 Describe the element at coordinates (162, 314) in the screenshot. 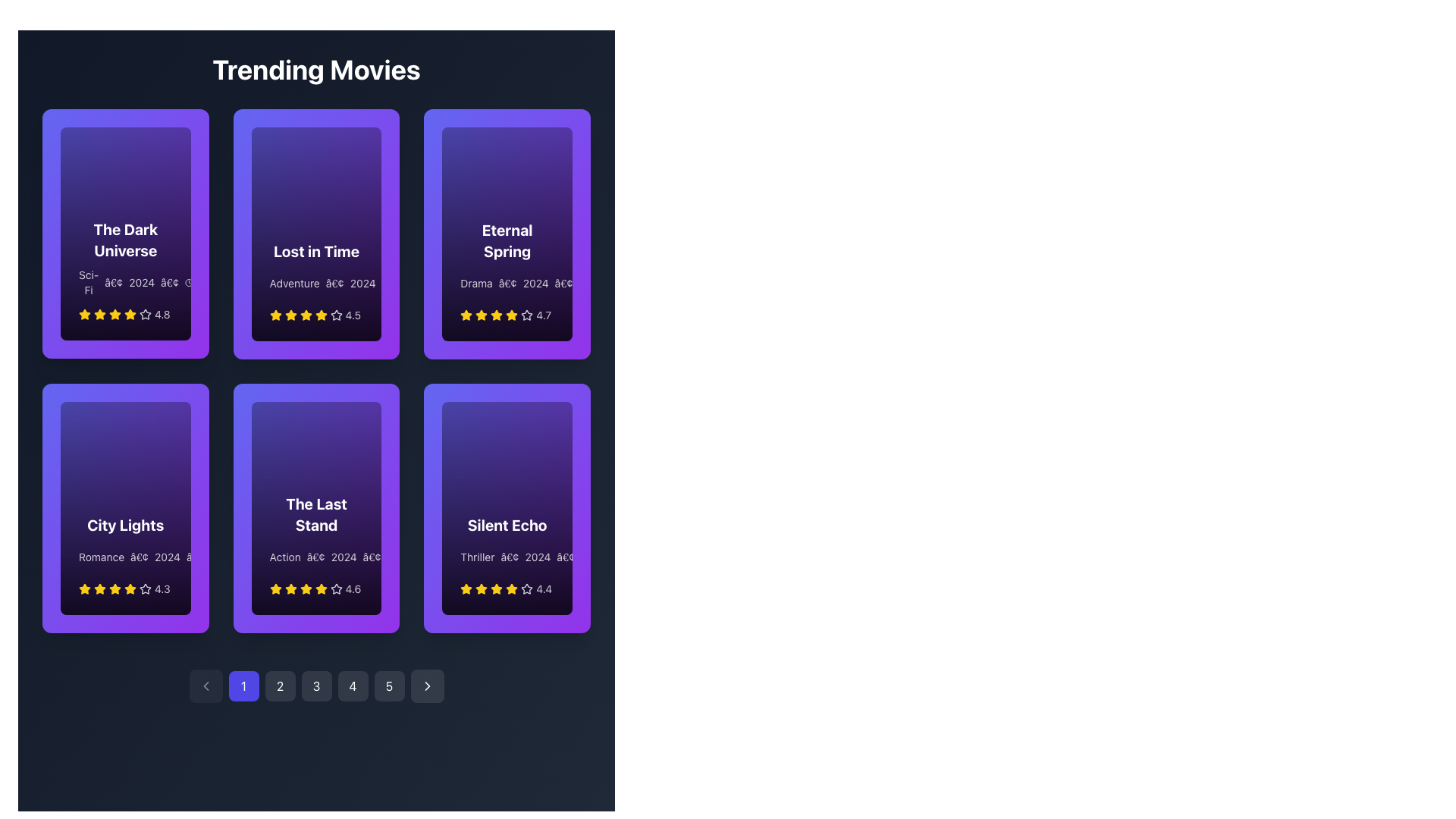

I see `the static text display showing the value '4.8', which is styled in light white color and positioned to the right of yellow stars in the rating component of the movie card for 'The Dark Universe'` at that location.